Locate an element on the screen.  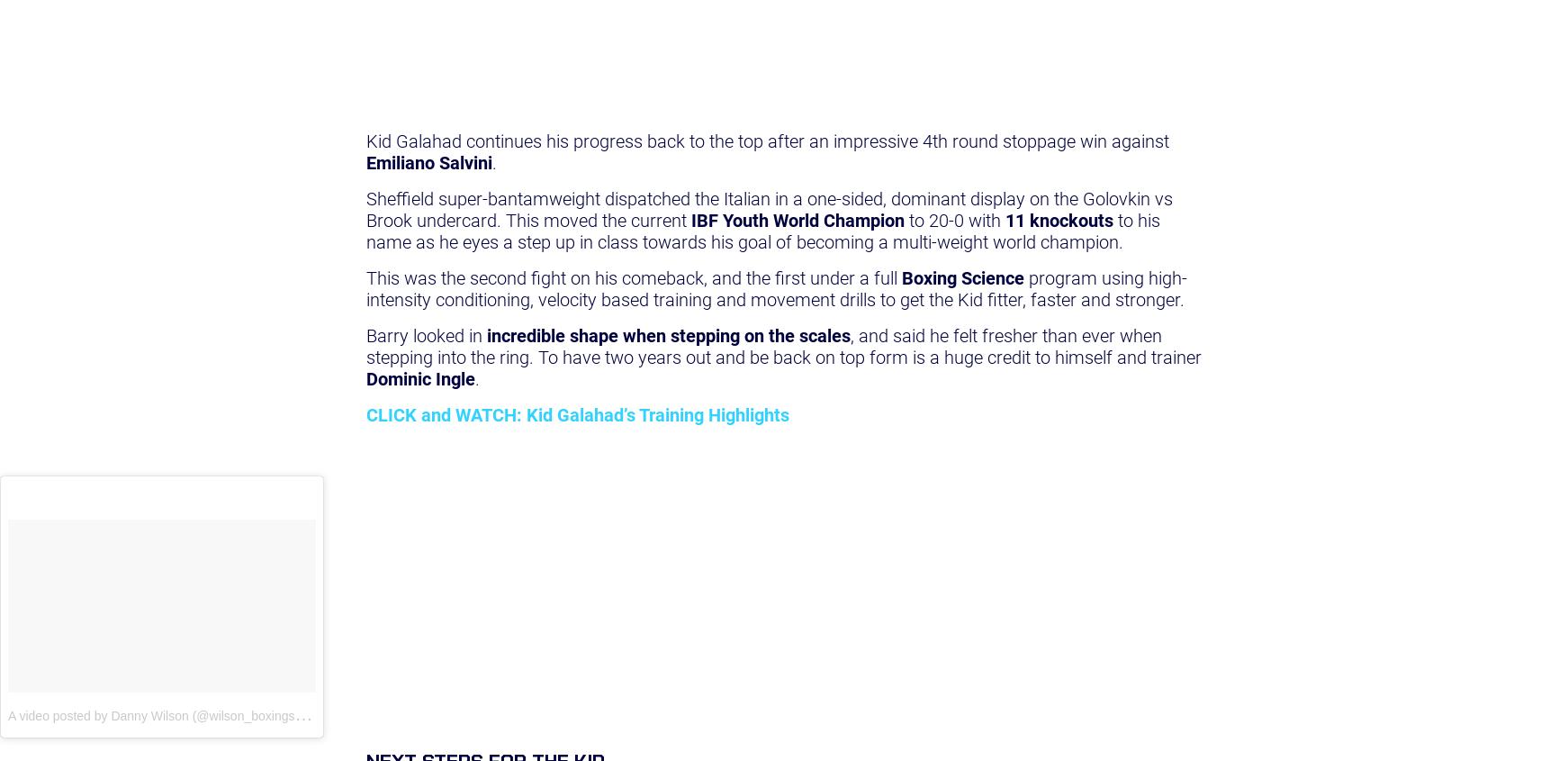
'Dominic Ingle' is located at coordinates (365, 377).